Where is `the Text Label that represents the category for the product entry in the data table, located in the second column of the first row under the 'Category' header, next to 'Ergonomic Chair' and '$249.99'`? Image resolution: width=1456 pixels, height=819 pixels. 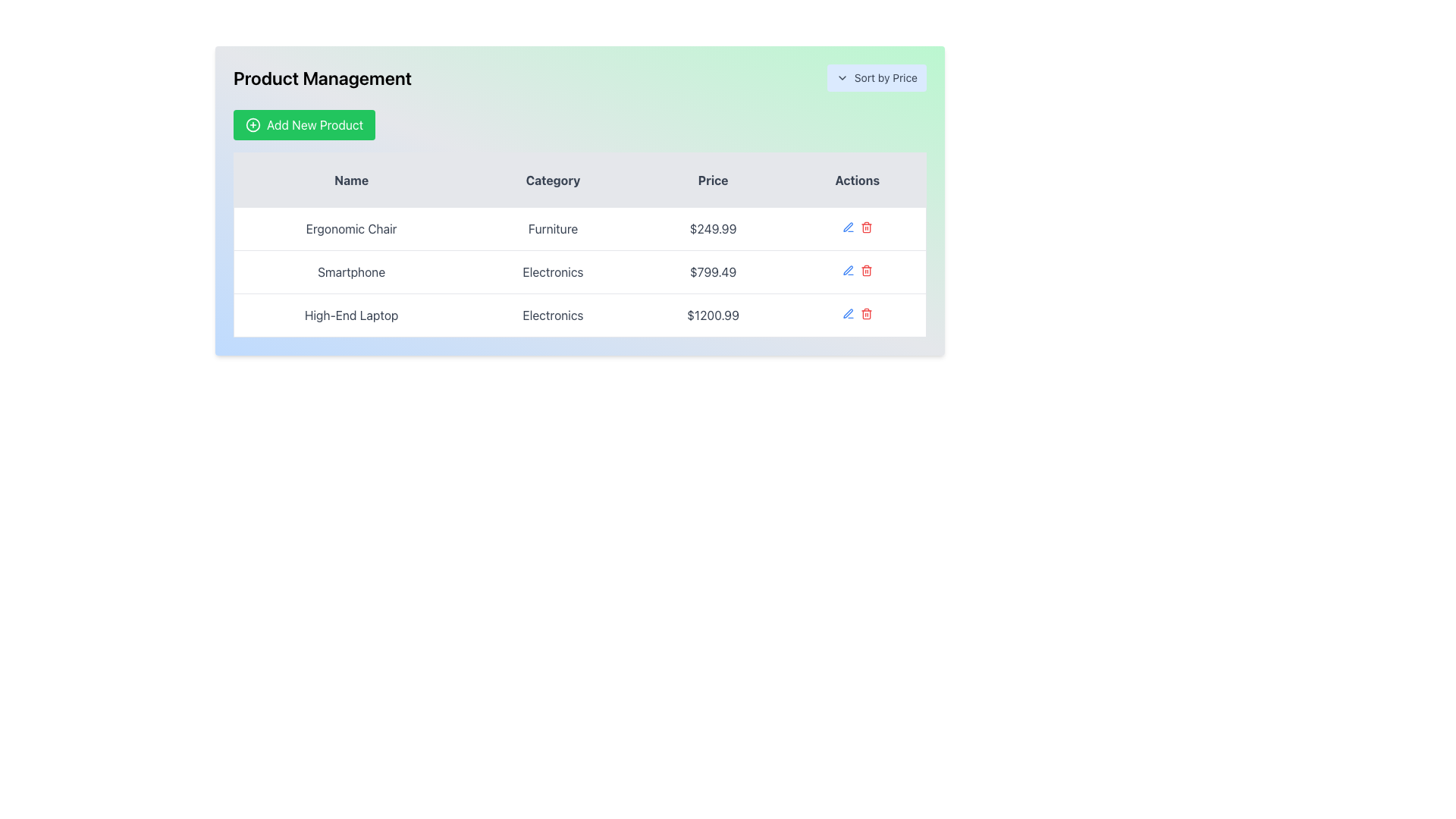 the Text Label that represents the category for the product entry in the data table, located in the second column of the first row under the 'Category' header, next to 'Ergonomic Chair' and '$249.99' is located at coordinates (552, 229).